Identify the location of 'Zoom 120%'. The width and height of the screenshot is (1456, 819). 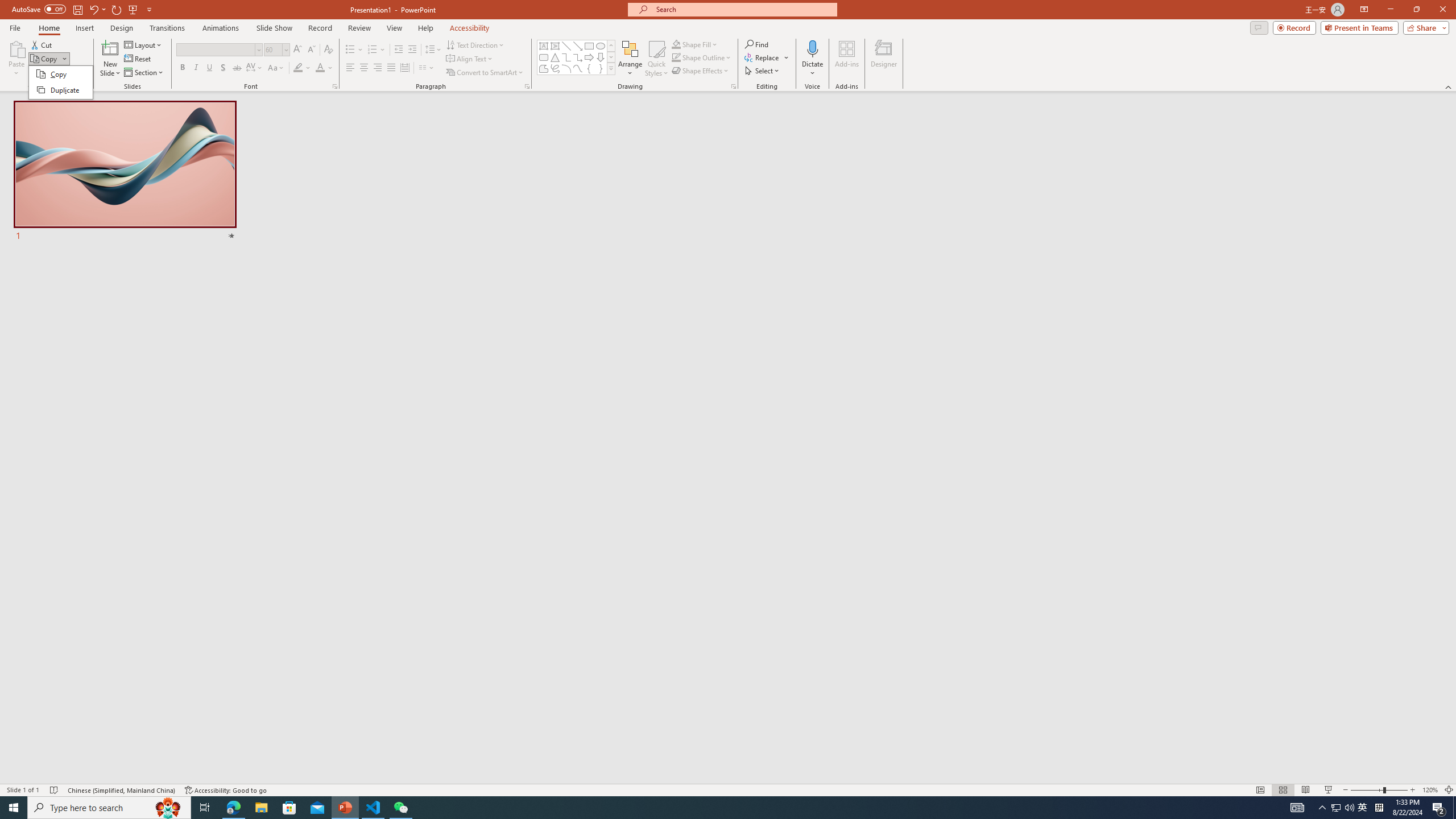
(1430, 790).